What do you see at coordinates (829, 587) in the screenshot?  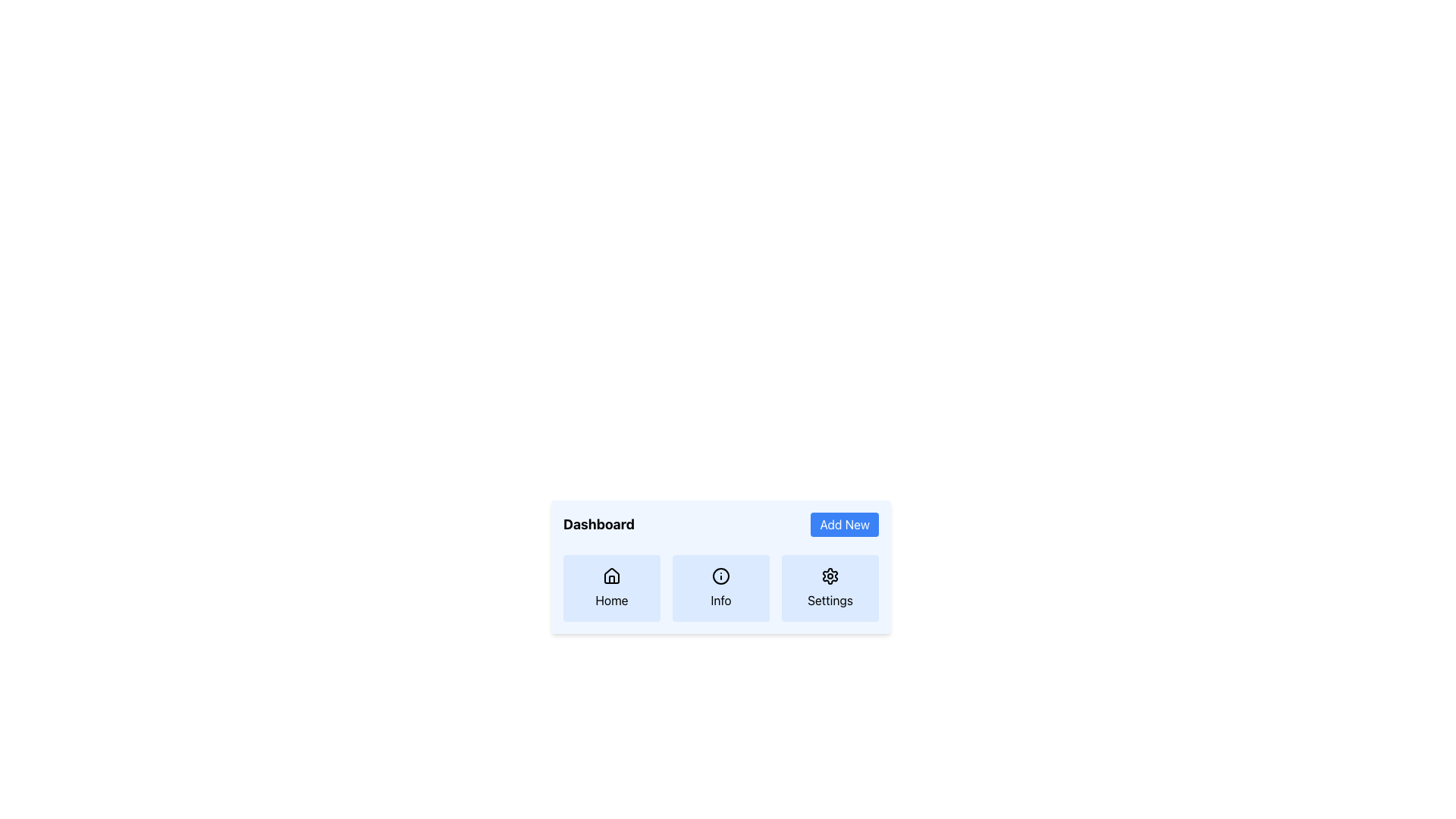 I see `the settings button located in the third column of the layout under the 'Dashboard' header` at bounding box center [829, 587].